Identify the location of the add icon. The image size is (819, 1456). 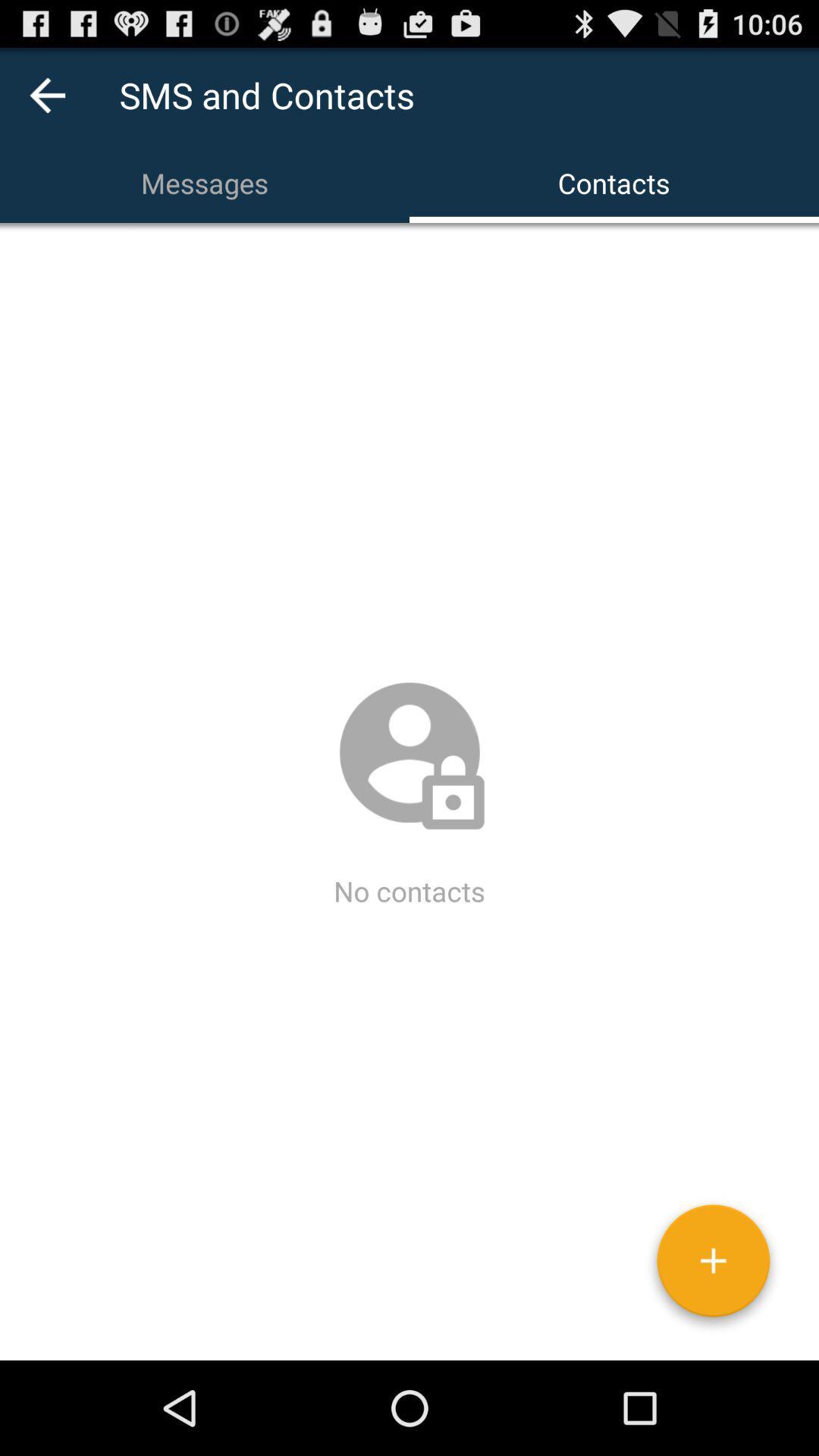
(713, 1355).